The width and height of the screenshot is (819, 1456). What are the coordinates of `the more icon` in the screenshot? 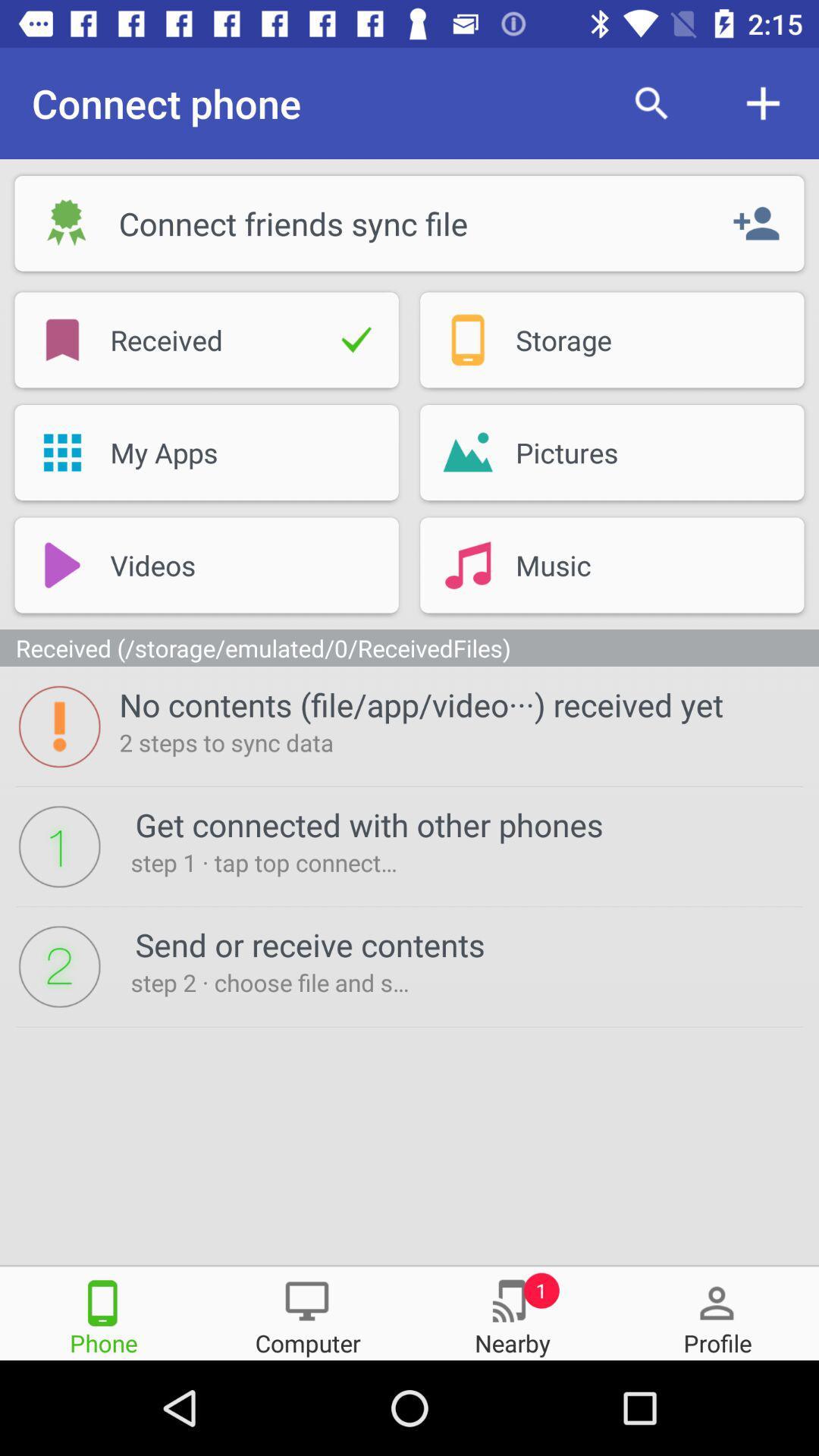 It's located at (717, 1312).